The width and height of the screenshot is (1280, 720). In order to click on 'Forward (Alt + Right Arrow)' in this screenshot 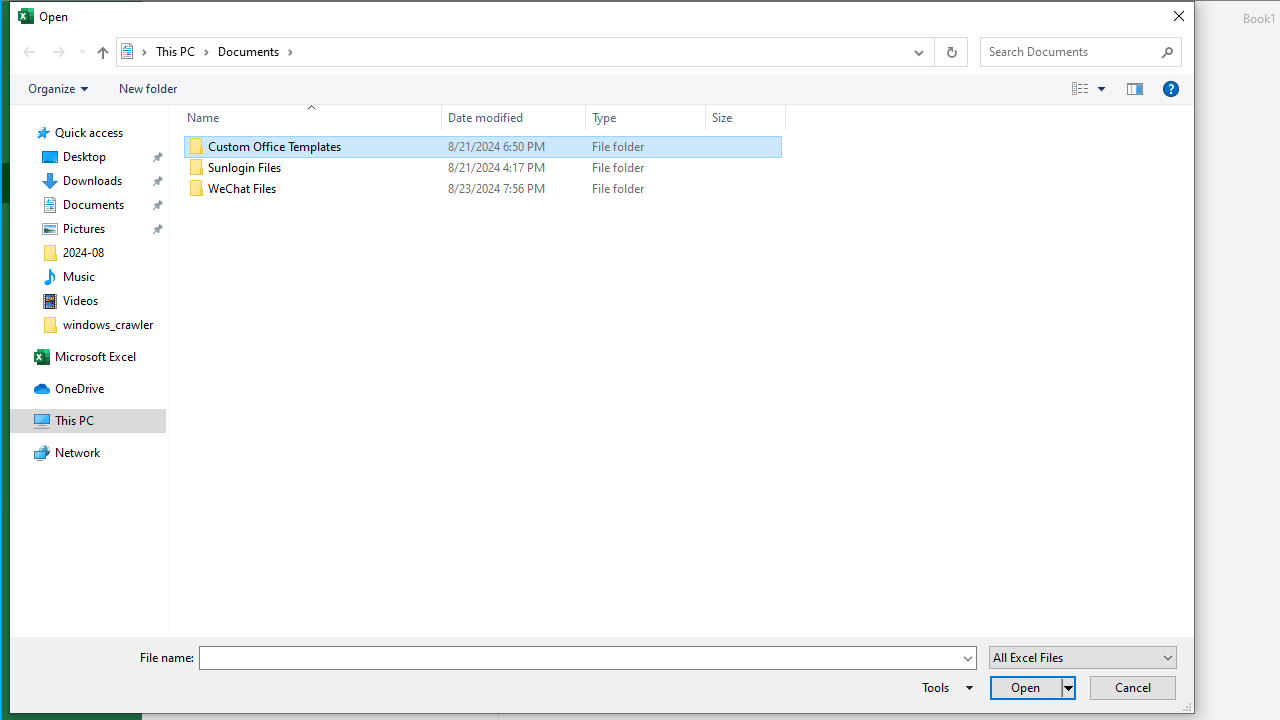, I will do `click(58, 50)`.